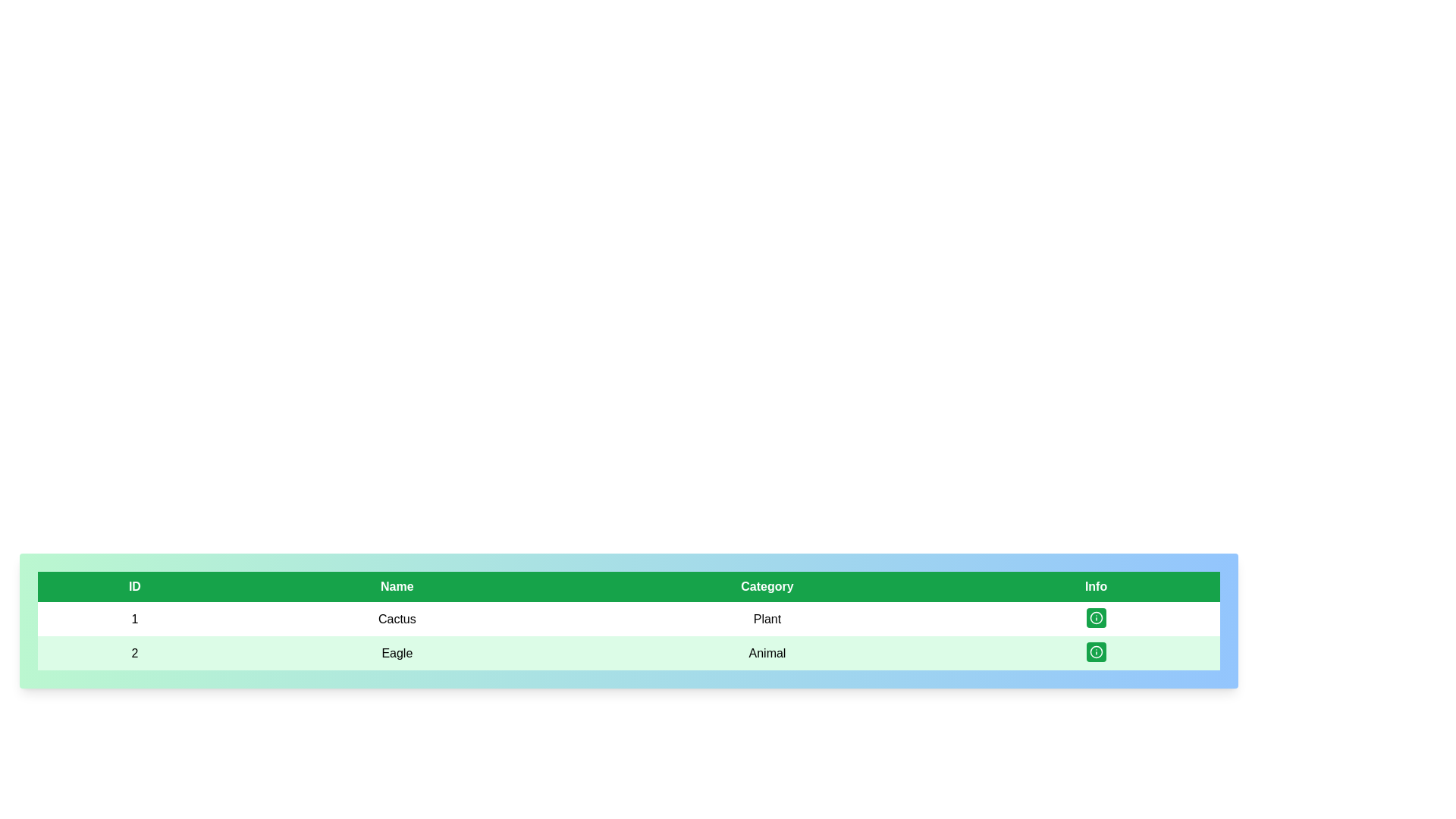 The image size is (1456, 819). What do you see at coordinates (1096, 651) in the screenshot?
I see `the circular information icon in the 'Info' column of the second row, which corresponds to '2 - Eagle - Animal'` at bounding box center [1096, 651].